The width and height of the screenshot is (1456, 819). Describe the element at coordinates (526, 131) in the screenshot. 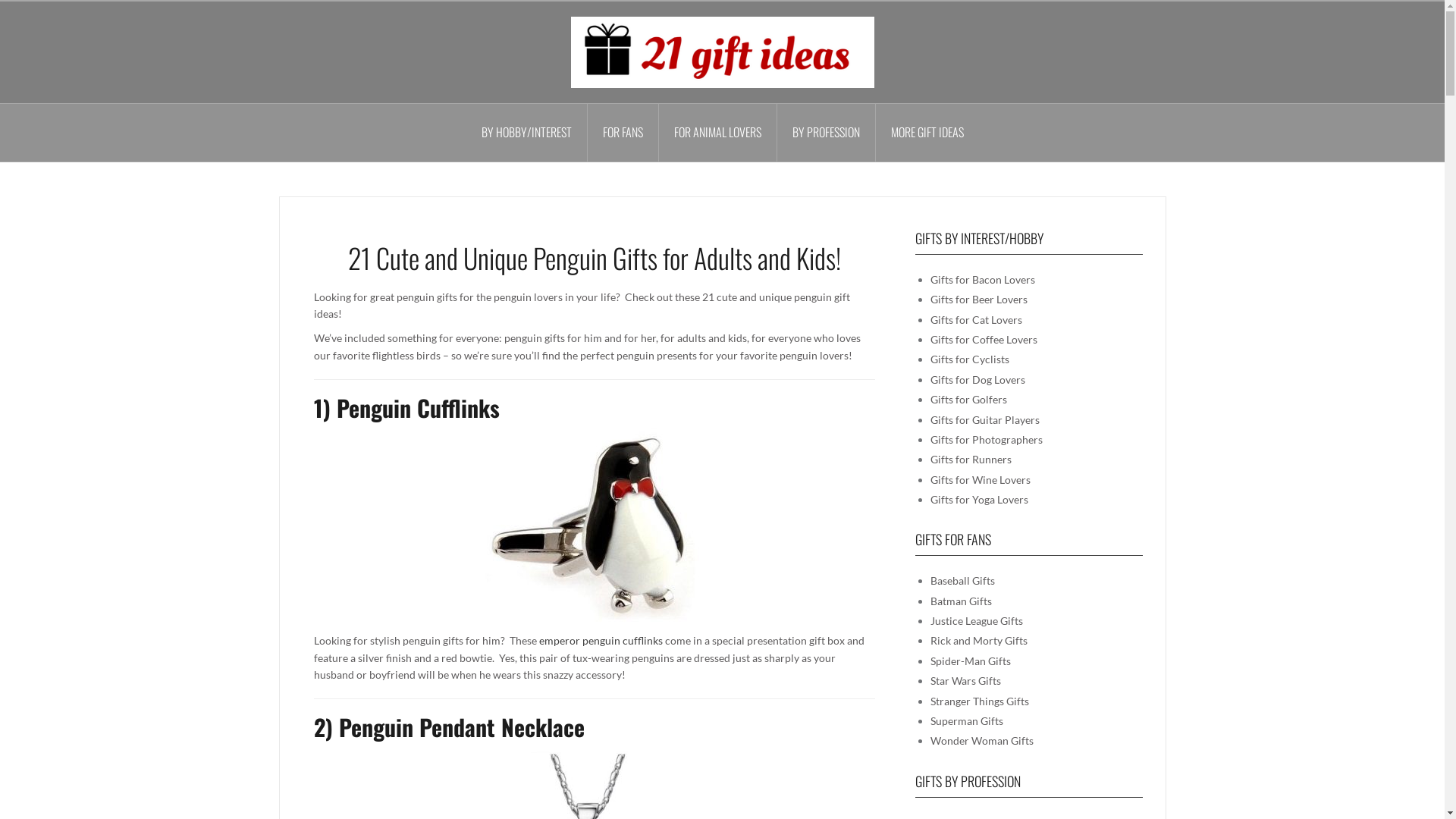

I see `'BY HOBBY/INTEREST'` at that location.